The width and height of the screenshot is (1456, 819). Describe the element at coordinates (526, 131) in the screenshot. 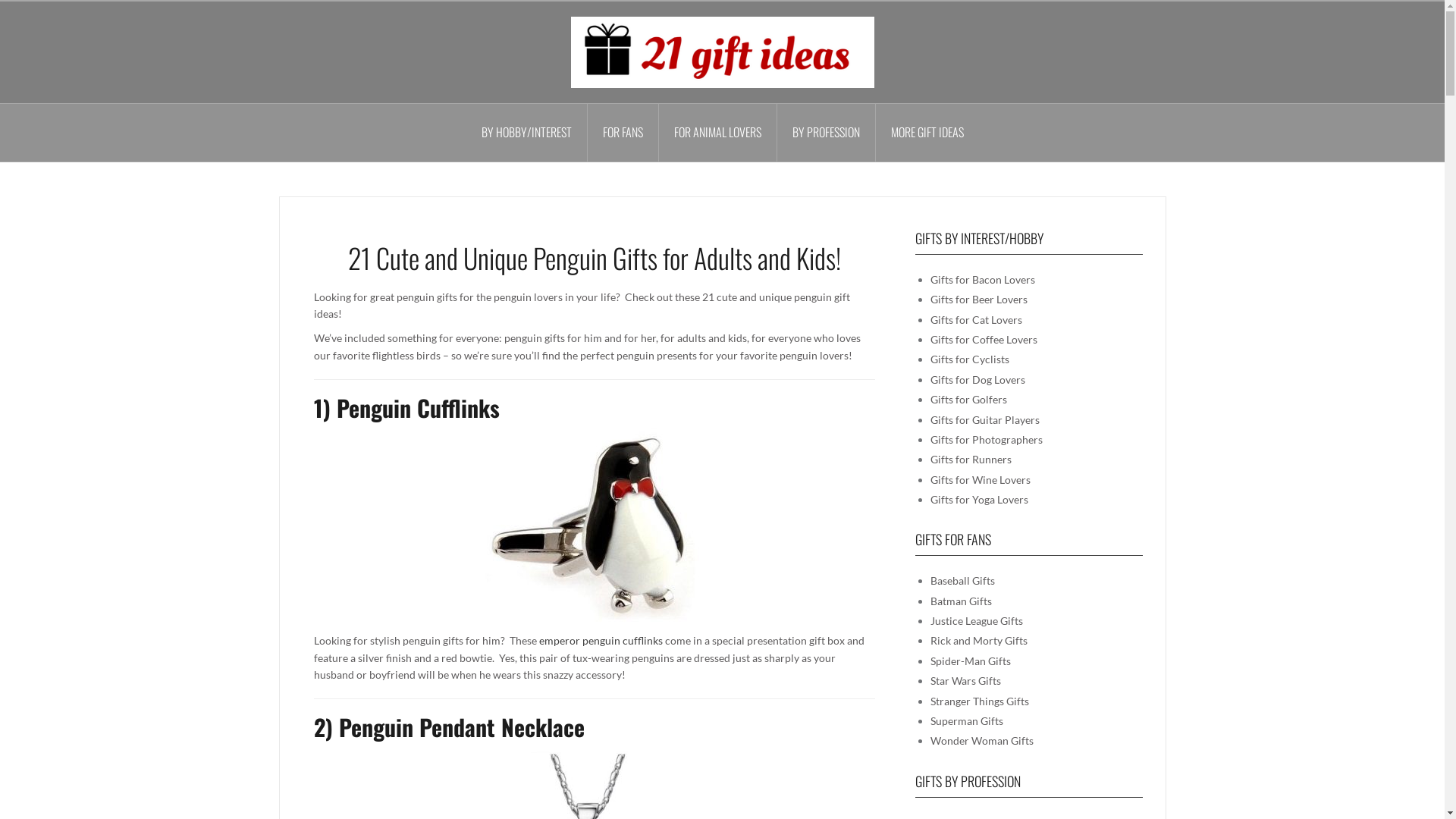

I see `'BY HOBBY/INTEREST'` at that location.